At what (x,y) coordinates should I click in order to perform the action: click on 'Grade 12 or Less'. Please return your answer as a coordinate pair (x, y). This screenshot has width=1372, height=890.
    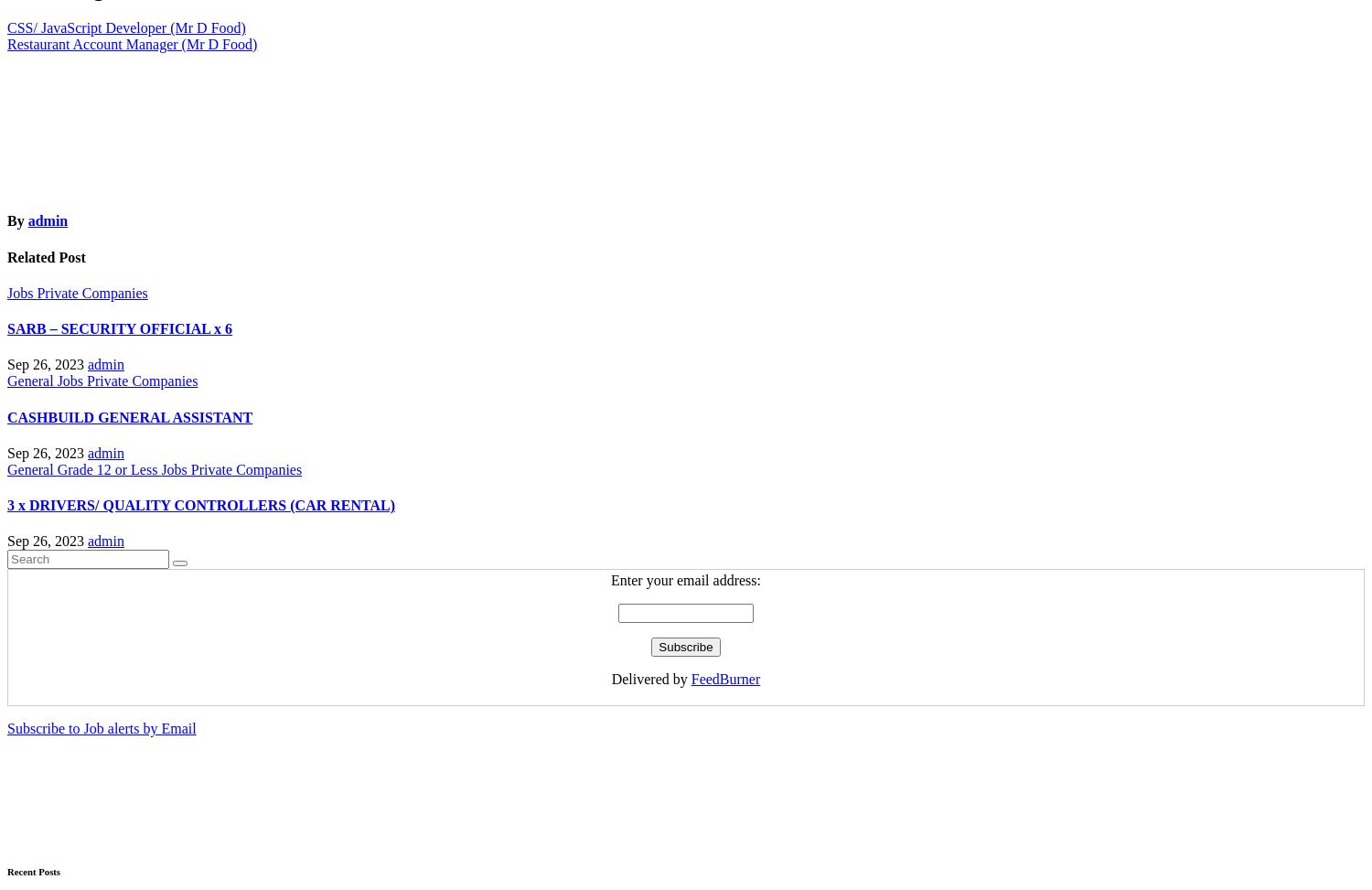
    Looking at the image, I should click on (107, 467).